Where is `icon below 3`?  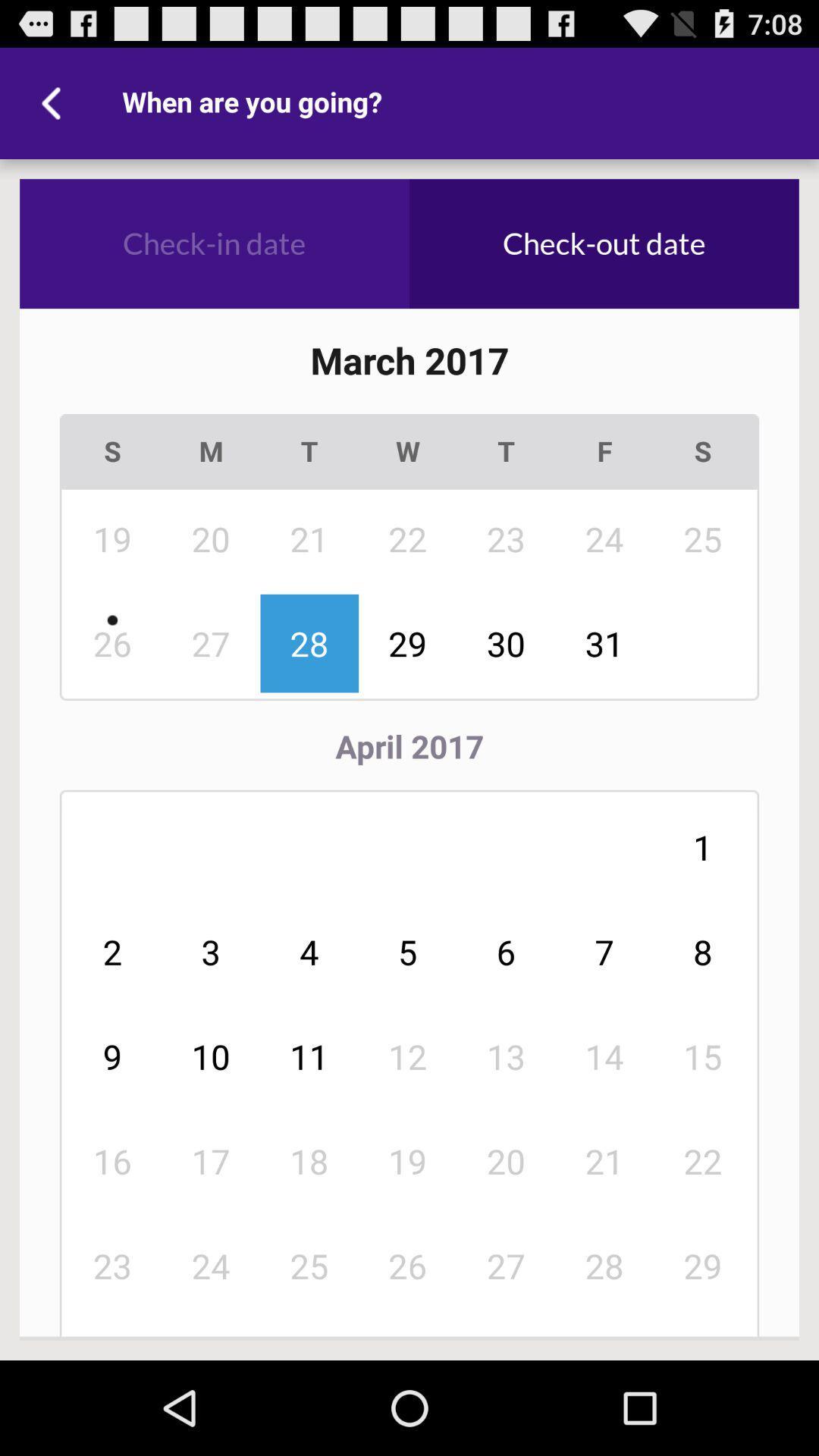
icon below 3 is located at coordinates (309, 1056).